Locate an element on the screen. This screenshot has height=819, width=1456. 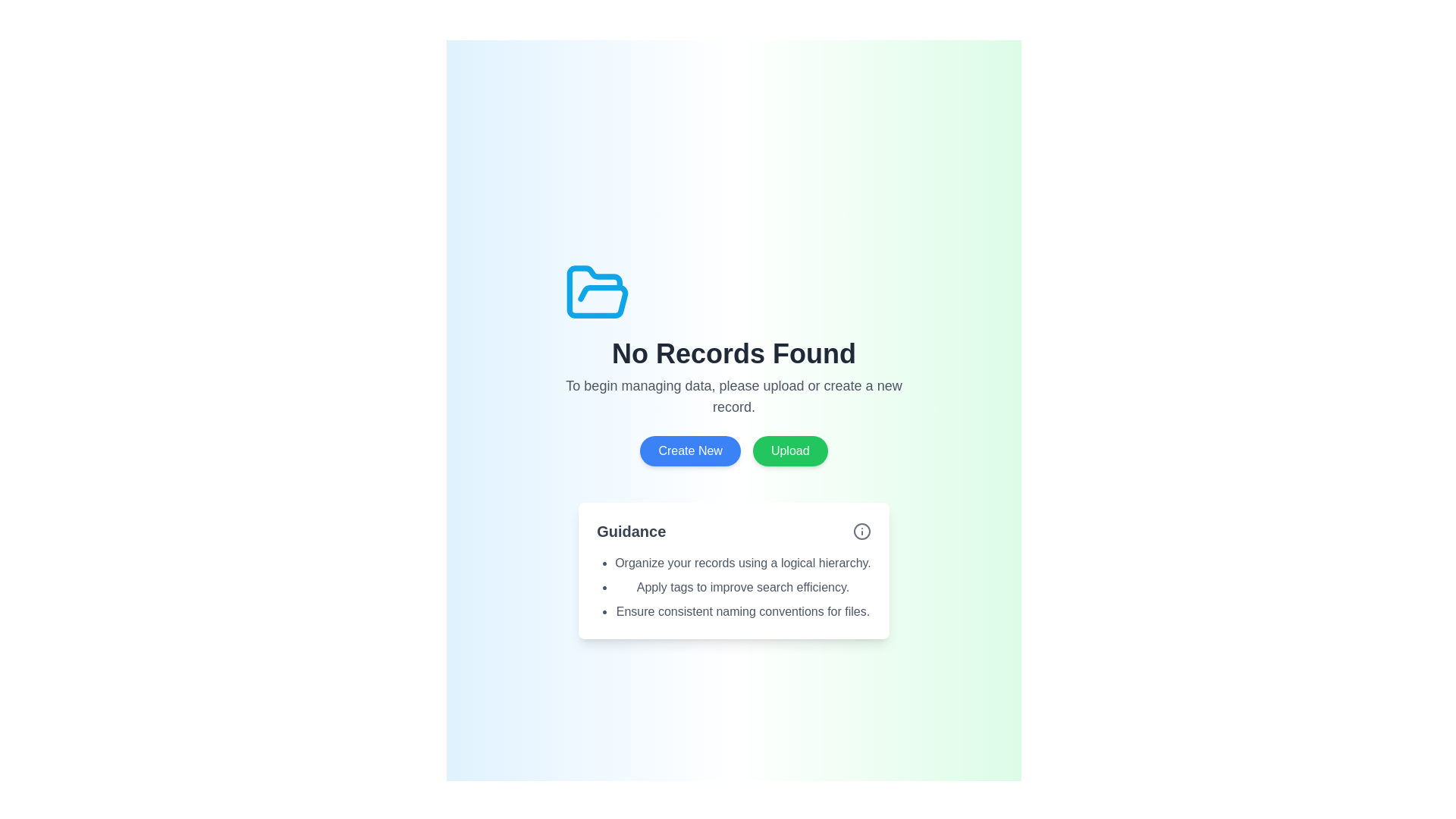
the 'Guidance' text label, which is styled with a large, bold font and dark gray color, located near the top-left of its section block is located at coordinates (631, 531).